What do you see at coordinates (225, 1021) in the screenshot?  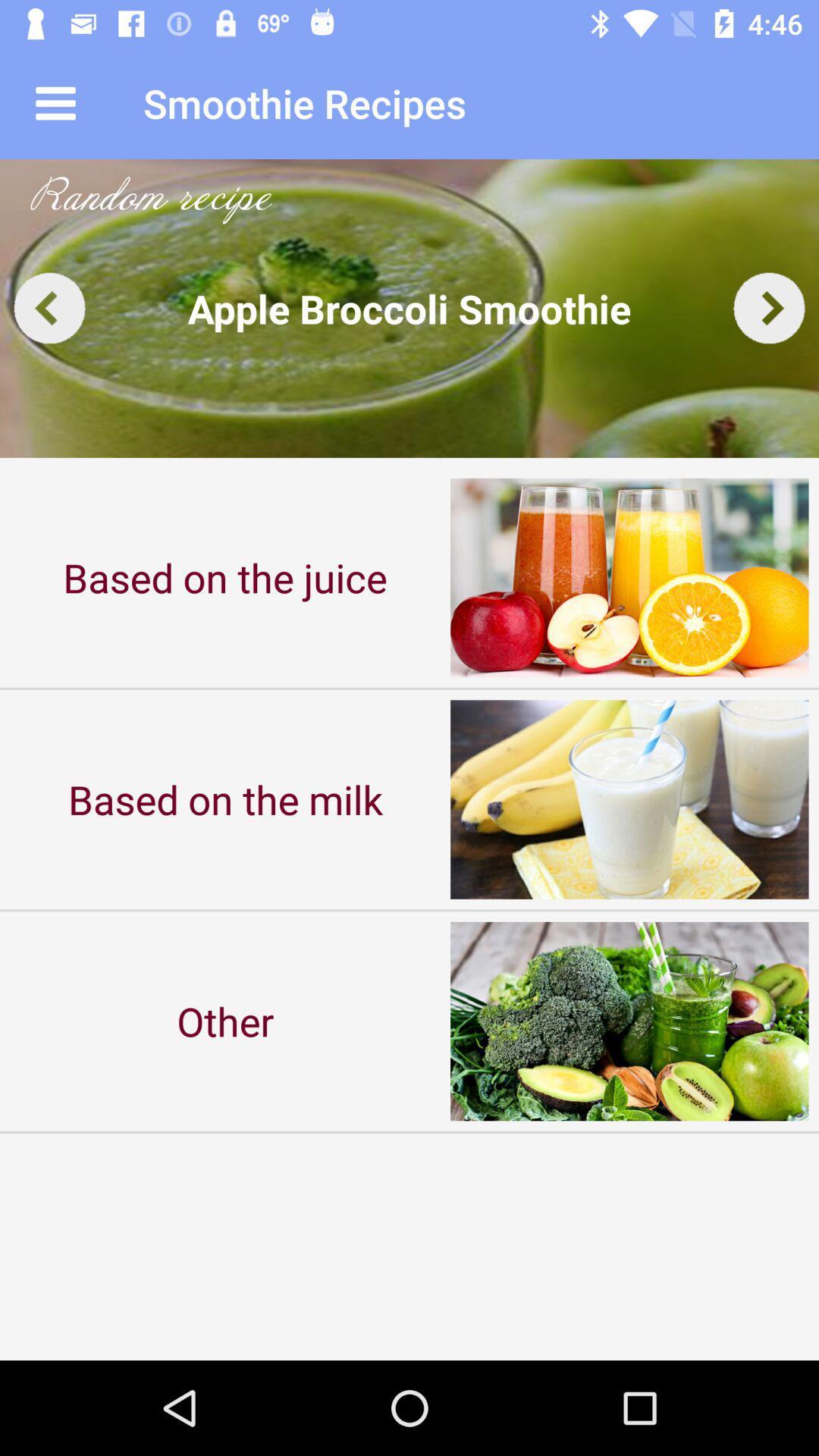 I see `the icon below based on the item` at bounding box center [225, 1021].